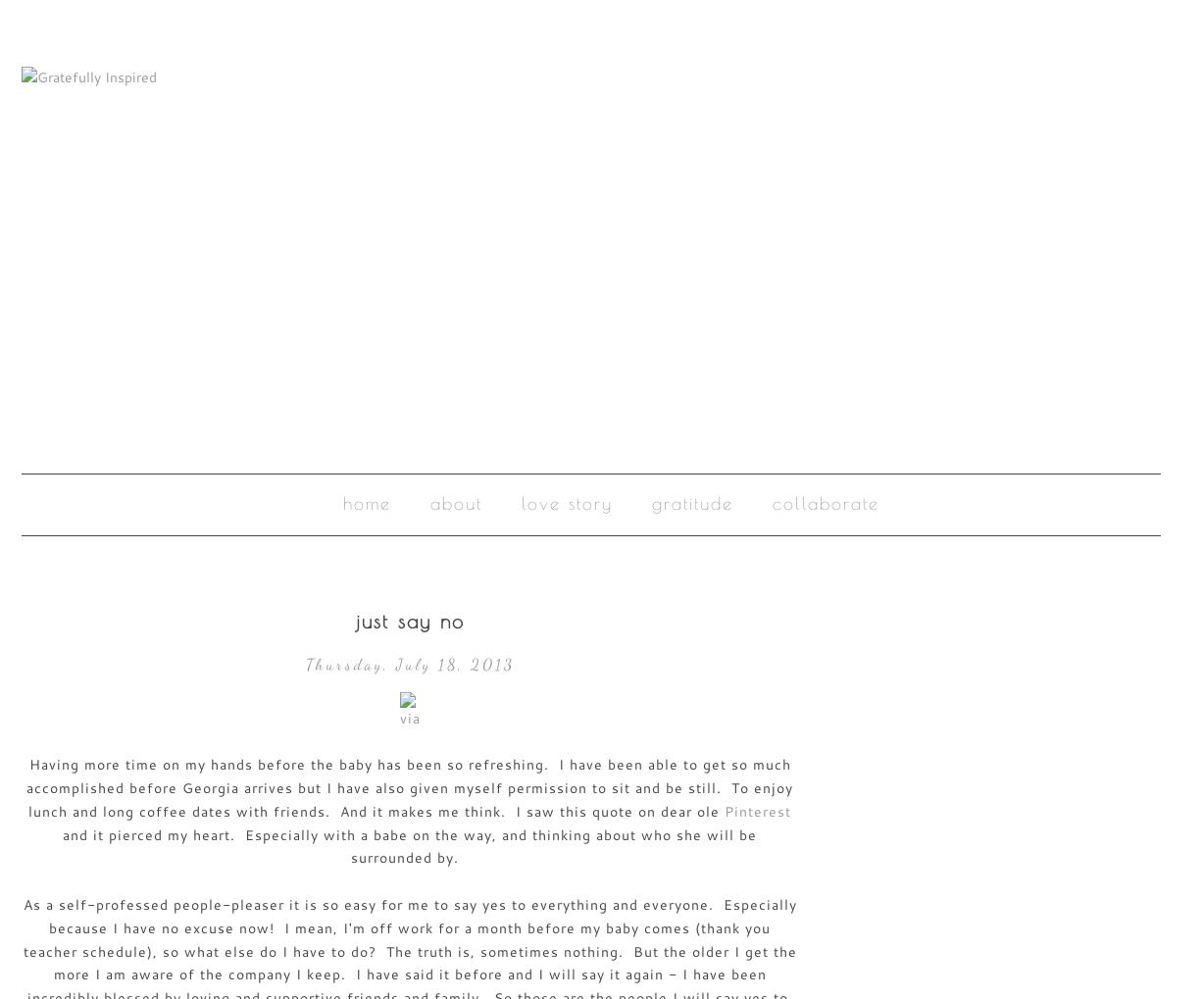 This screenshot has width=1204, height=999. I want to click on 'Love Story', so click(565, 502).